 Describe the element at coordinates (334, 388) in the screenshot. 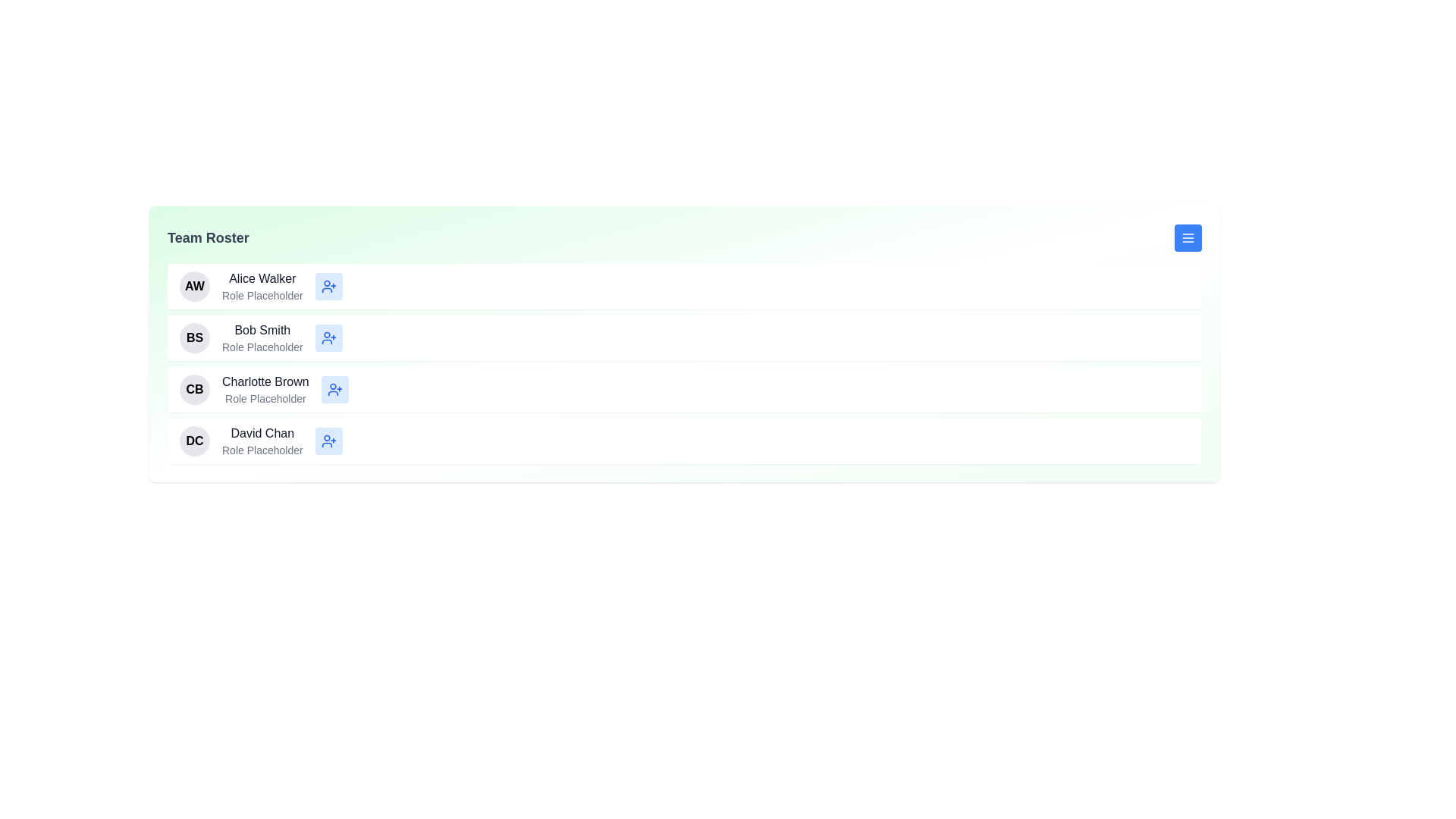

I see `the rectangular button with a light blue background featuring a user icon and plus sign, located next to 'Charlotte Brown' in the third row` at that location.